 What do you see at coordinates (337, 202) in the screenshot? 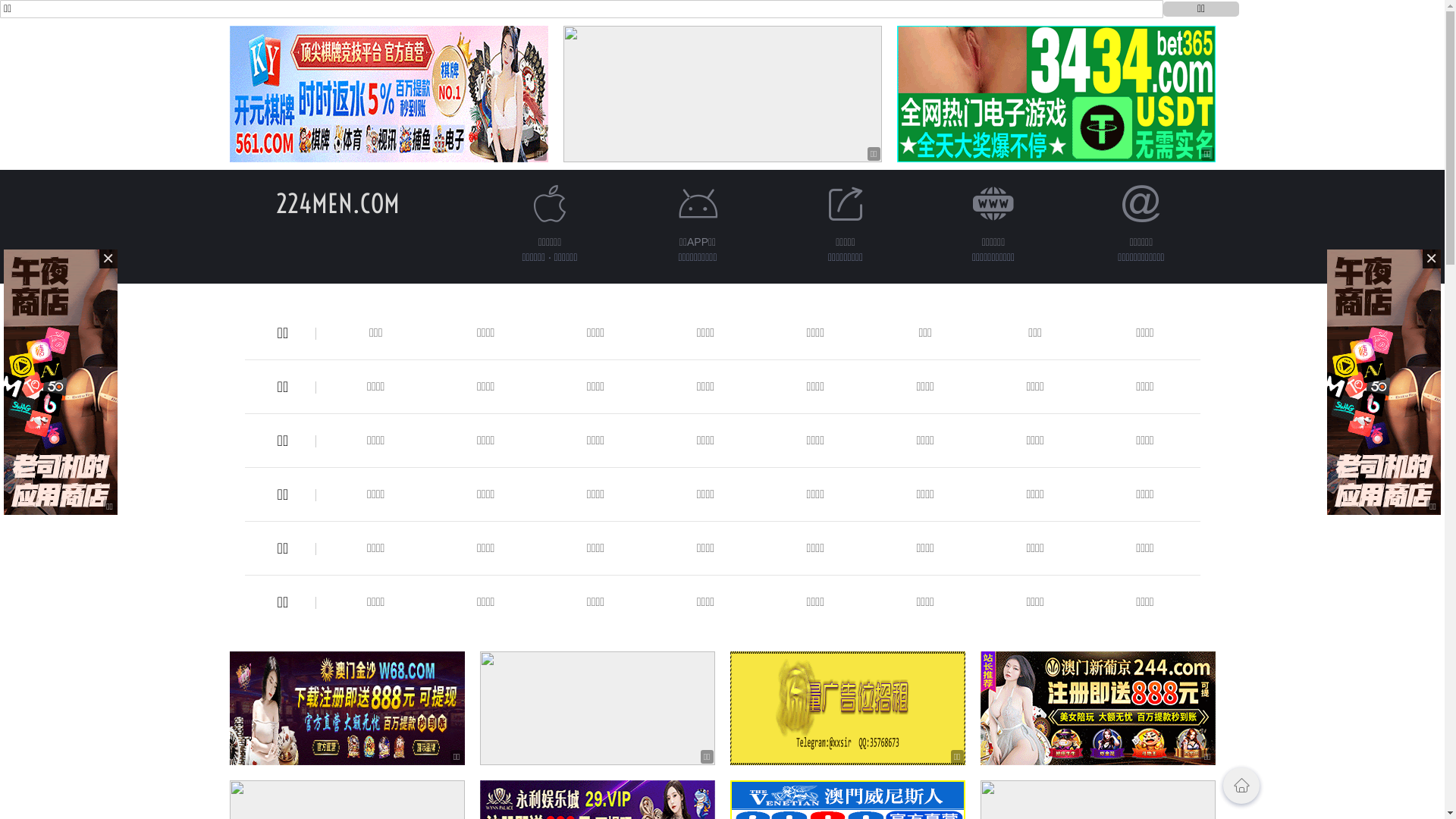
I see `'224MEN.COM'` at bounding box center [337, 202].